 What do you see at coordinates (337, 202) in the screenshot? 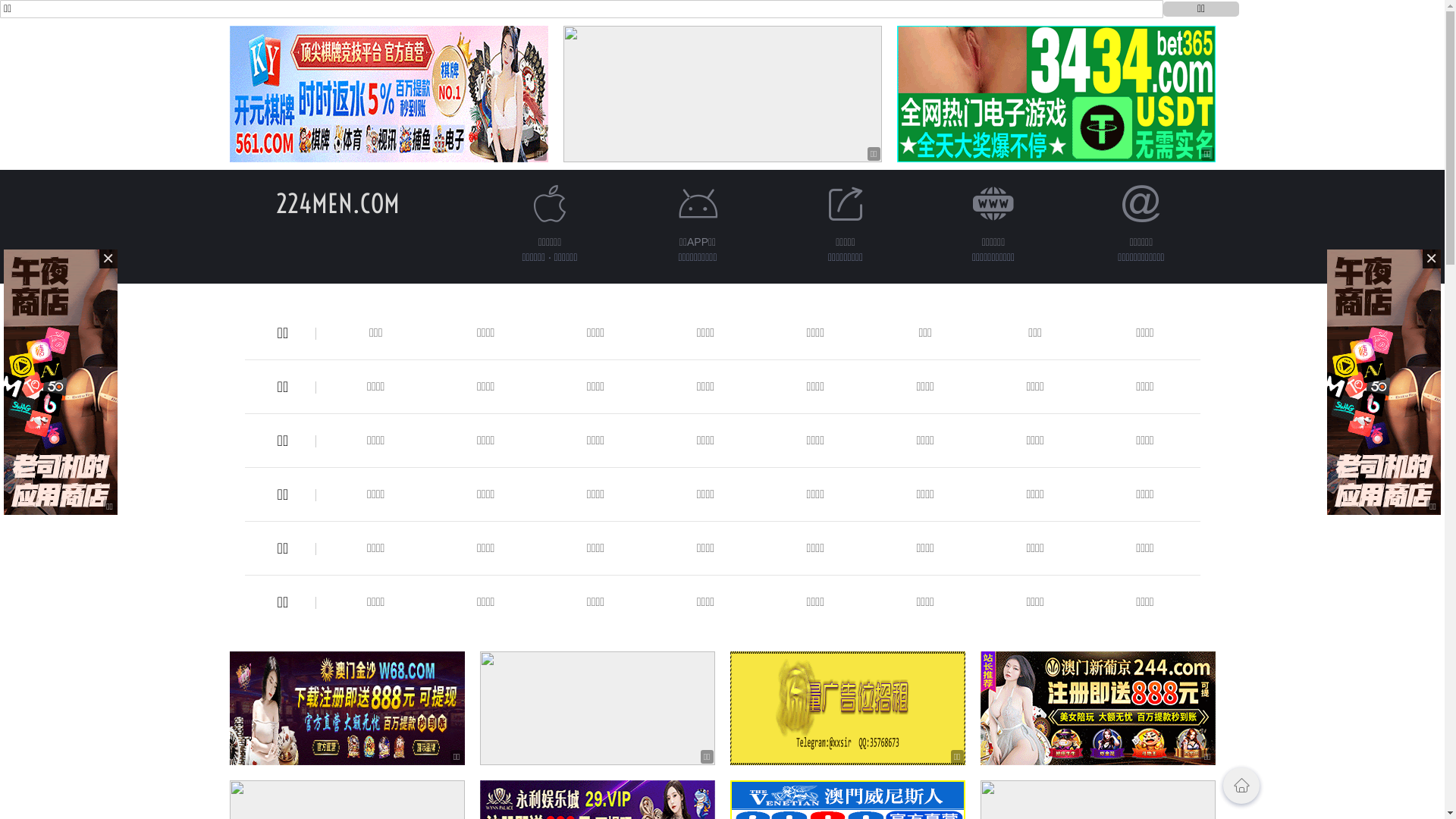
I see `'224MEN.COM'` at bounding box center [337, 202].